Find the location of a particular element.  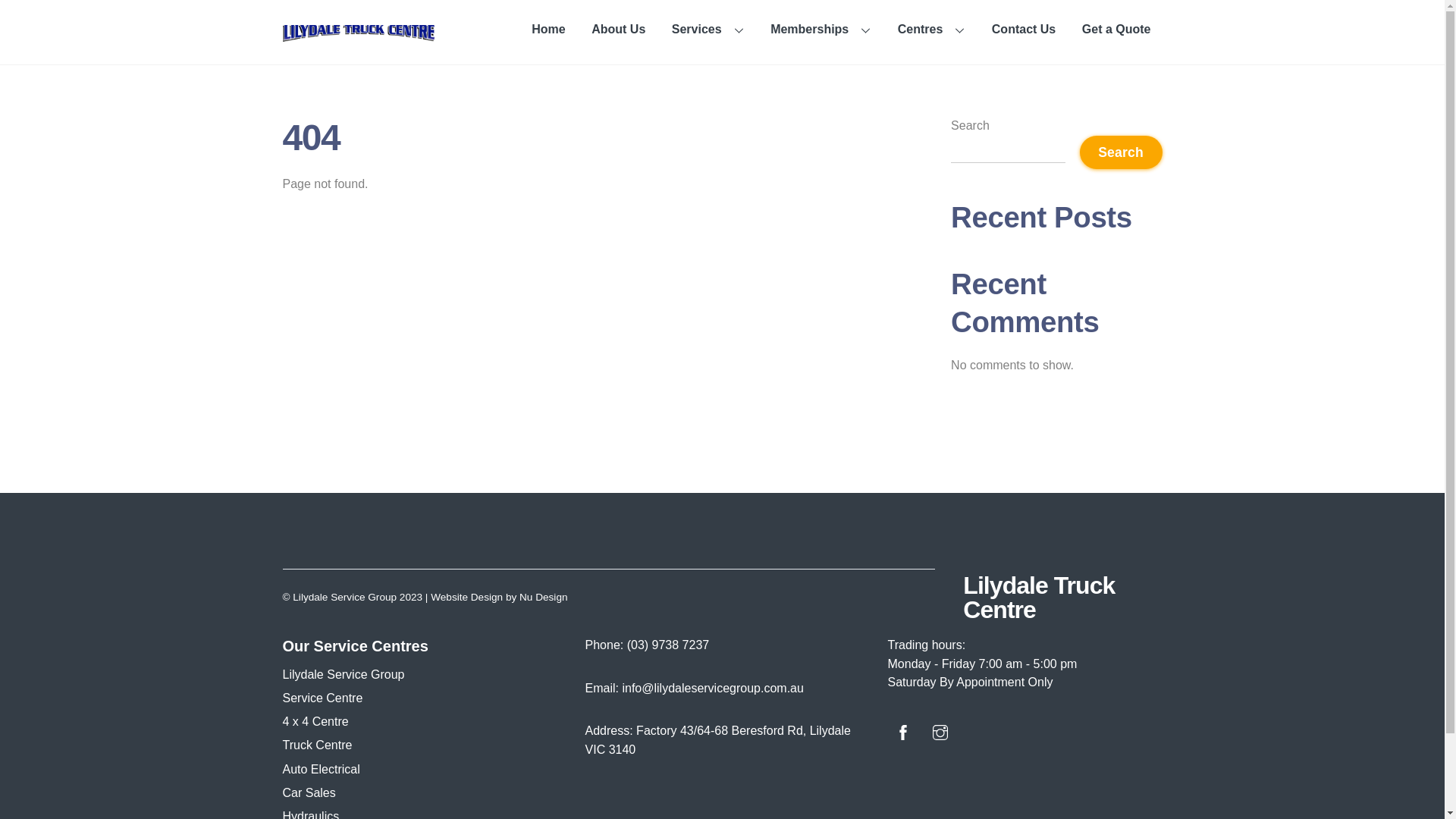

'Contact Us' is located at coordinates (980, 29).